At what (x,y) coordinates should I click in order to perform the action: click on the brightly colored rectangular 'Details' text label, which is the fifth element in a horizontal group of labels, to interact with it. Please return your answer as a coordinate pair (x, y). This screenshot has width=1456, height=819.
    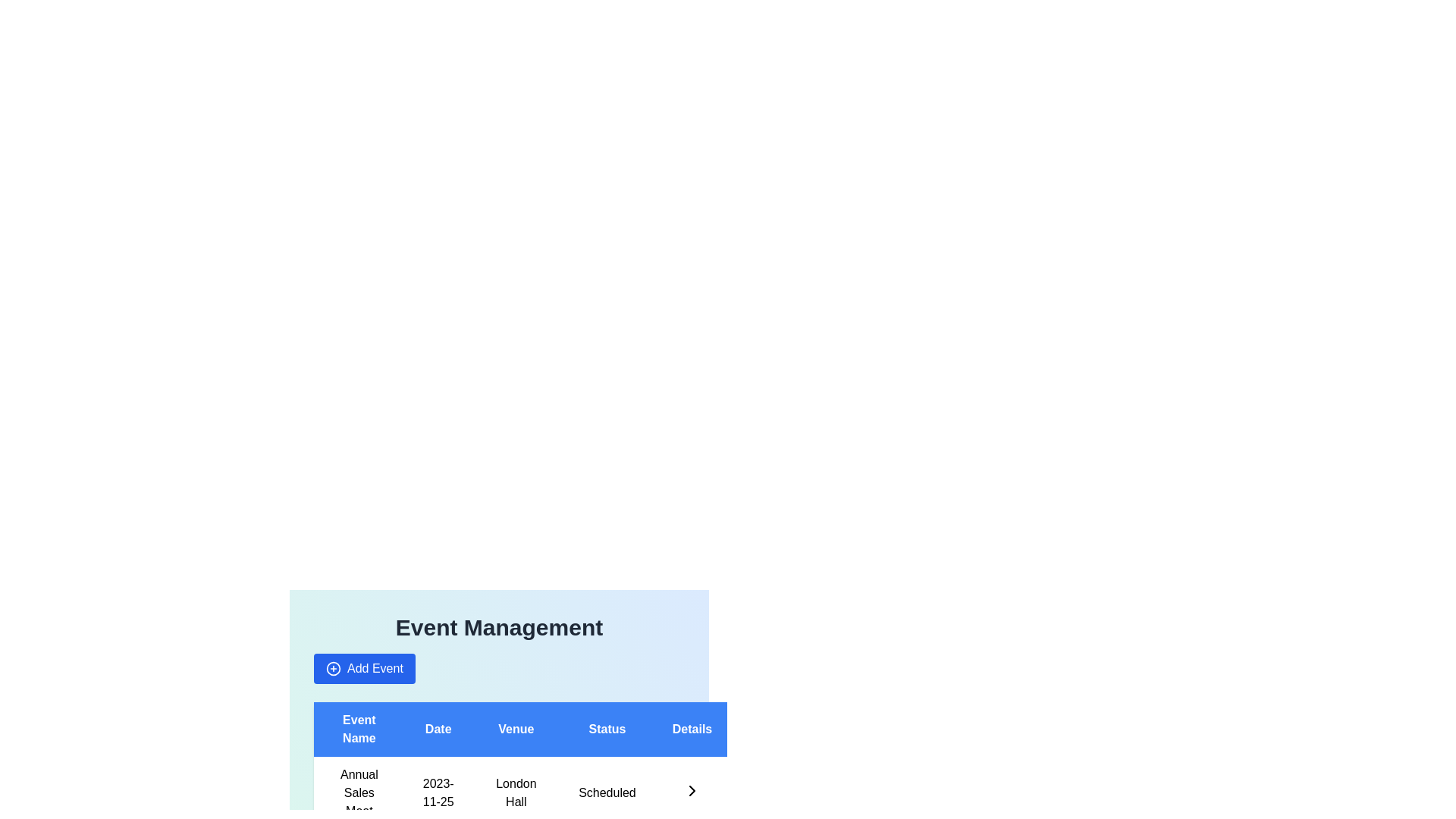
    Looking at the image, I should click on (691, 728).